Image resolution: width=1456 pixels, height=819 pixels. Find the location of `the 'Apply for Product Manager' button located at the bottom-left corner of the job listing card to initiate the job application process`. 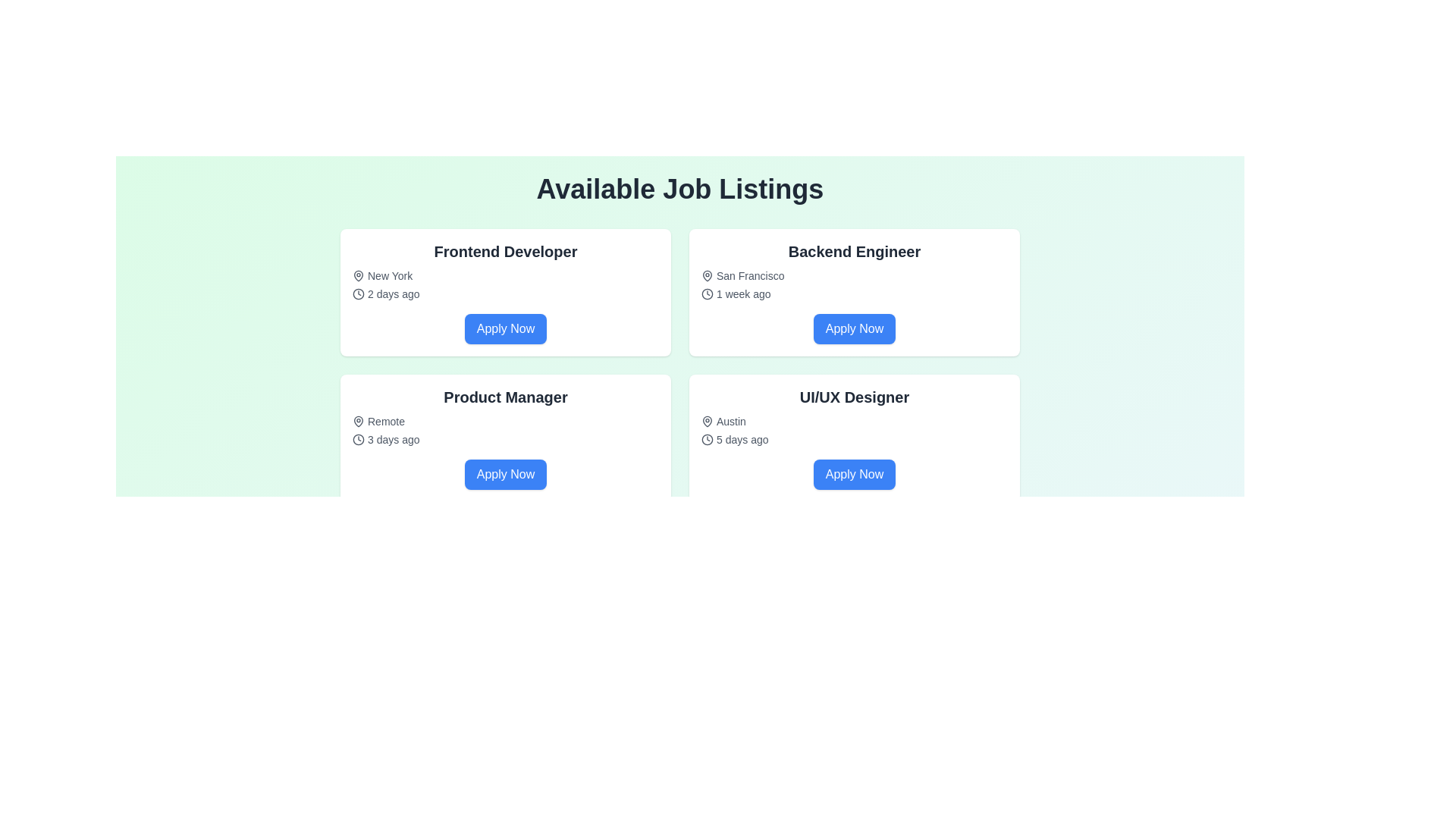

the 'Apply for Product Manager' button located at the bottom-left corner of the job listing card to initiate the job application process is located at coordinates (506, 473).